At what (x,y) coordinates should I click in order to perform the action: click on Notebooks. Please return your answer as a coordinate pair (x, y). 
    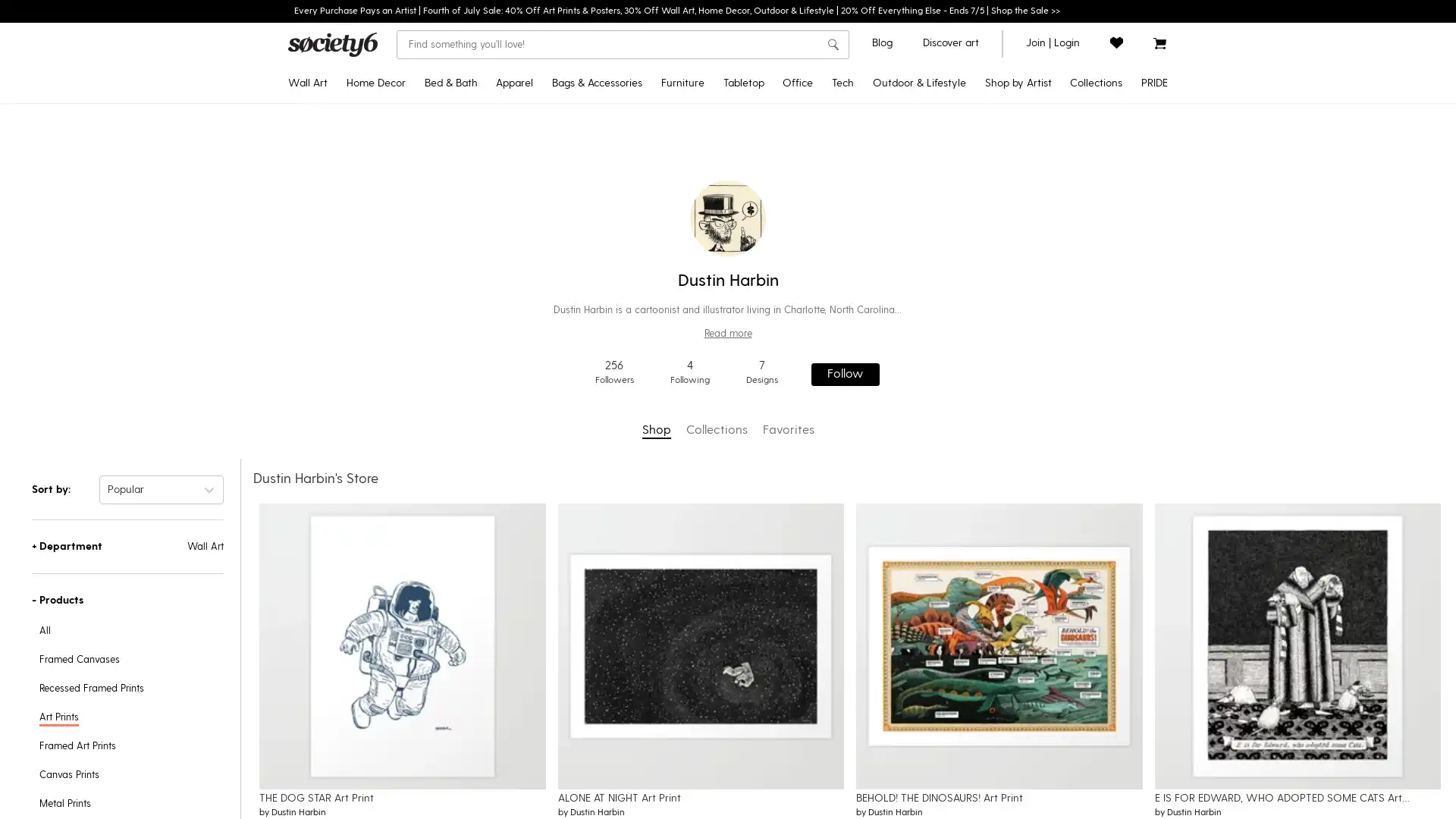
    Looking at the image, I should click on (835, 171).